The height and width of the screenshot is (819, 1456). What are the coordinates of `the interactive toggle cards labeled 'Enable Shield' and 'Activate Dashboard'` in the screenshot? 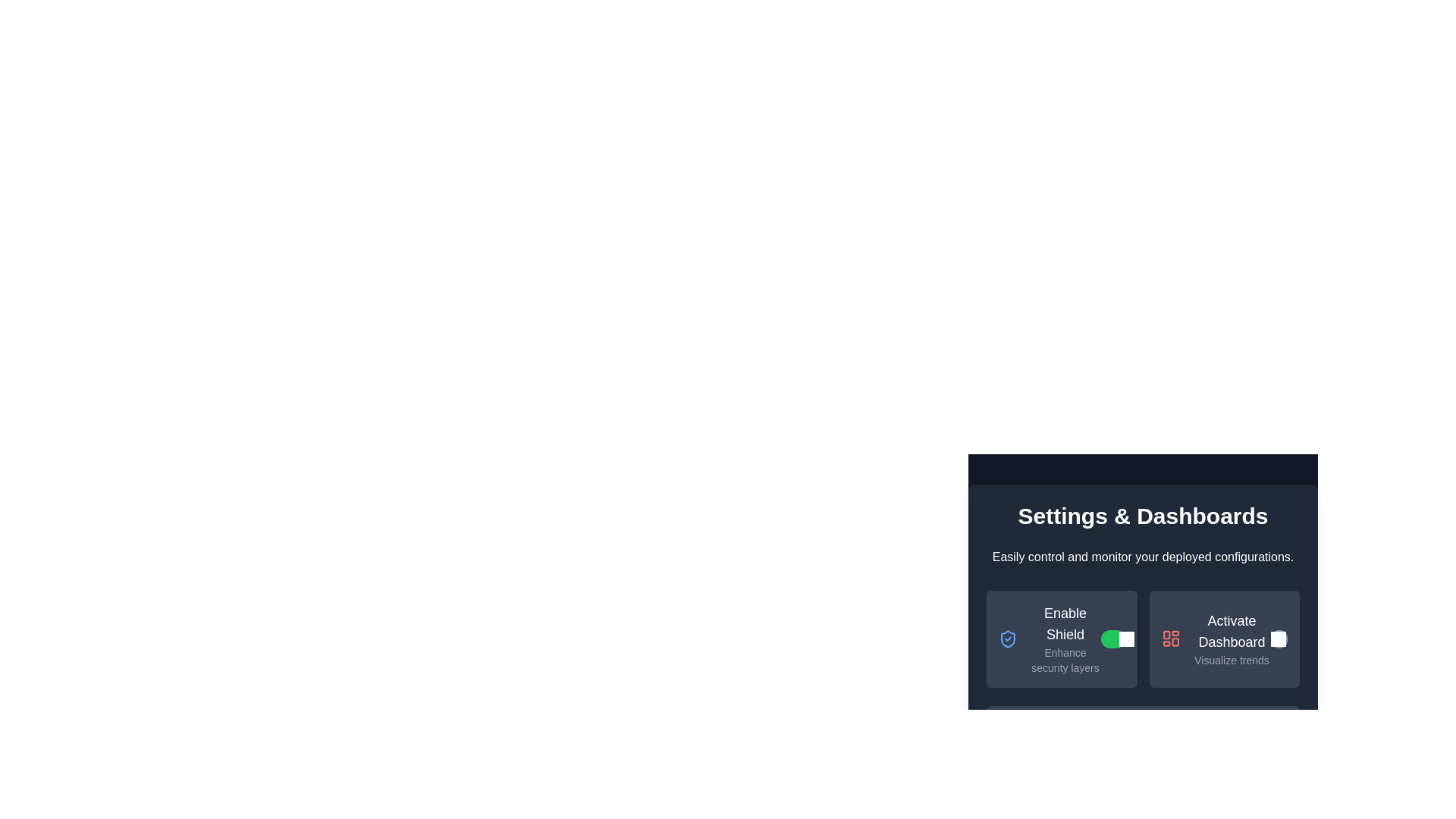 It's located at (1143, 639).